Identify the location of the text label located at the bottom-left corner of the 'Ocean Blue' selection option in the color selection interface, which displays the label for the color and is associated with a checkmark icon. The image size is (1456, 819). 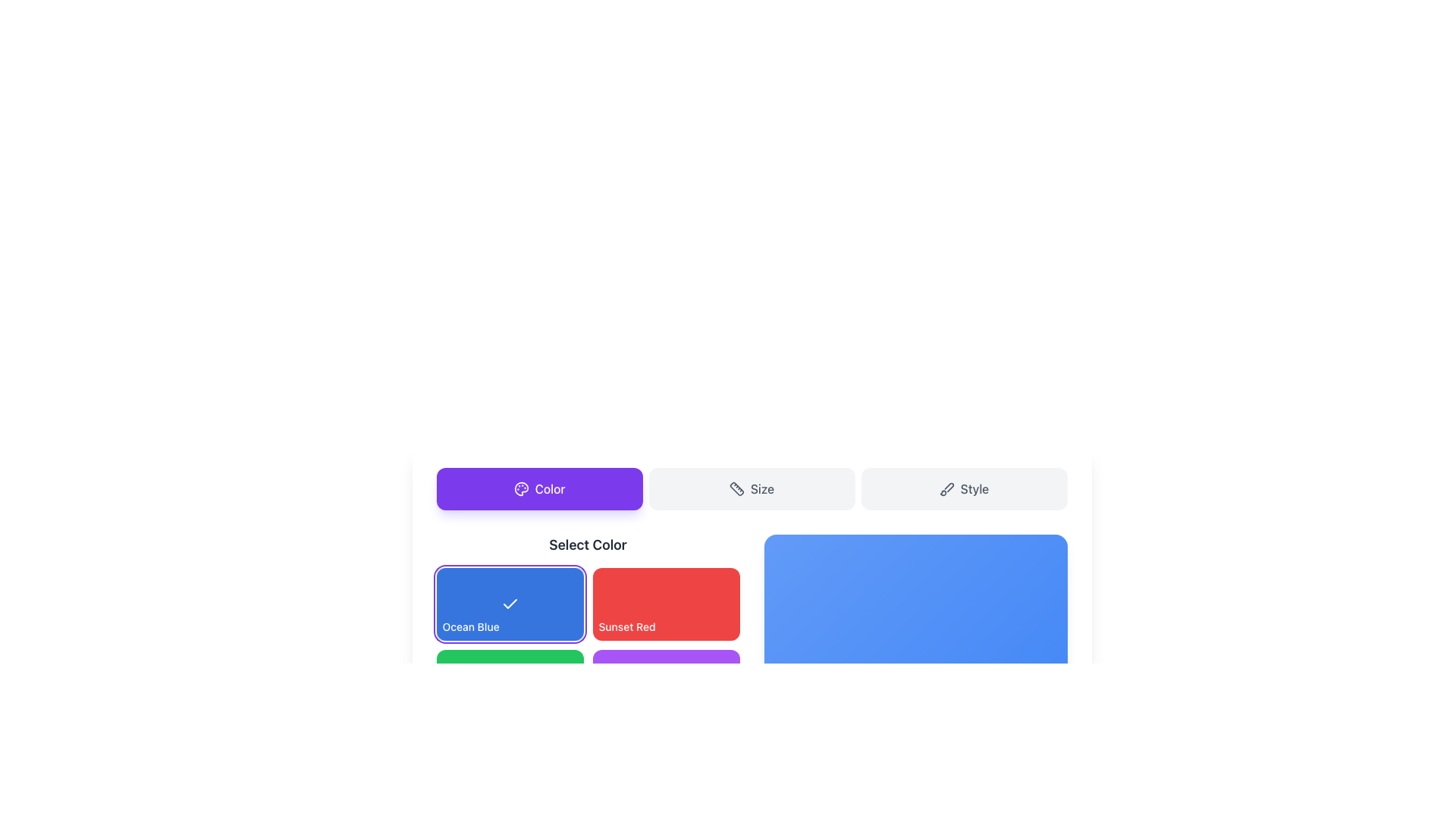
(470, 626).